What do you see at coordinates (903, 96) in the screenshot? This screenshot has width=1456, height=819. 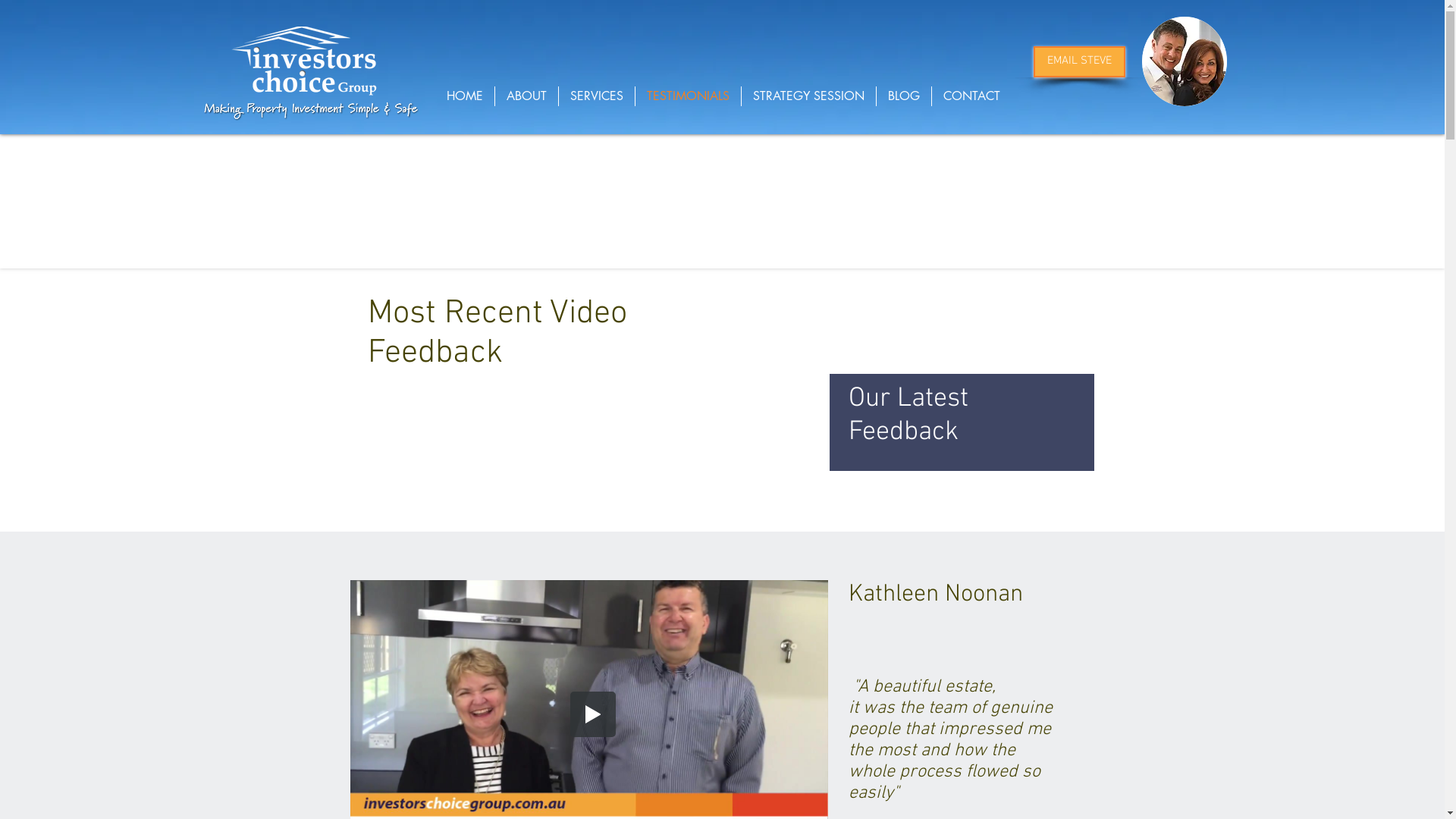 I see `'BLOG'` at bounding box center [903, 96].